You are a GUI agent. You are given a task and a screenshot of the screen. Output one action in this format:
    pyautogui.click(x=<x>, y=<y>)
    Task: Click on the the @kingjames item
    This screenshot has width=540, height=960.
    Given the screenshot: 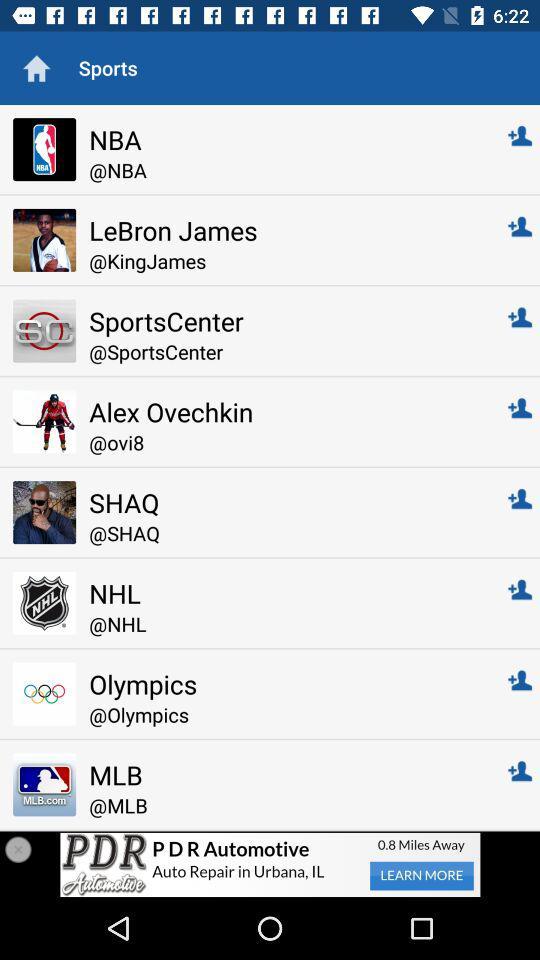 What is the action you would take?
    pyautogui.click(x=284, y=260)
    